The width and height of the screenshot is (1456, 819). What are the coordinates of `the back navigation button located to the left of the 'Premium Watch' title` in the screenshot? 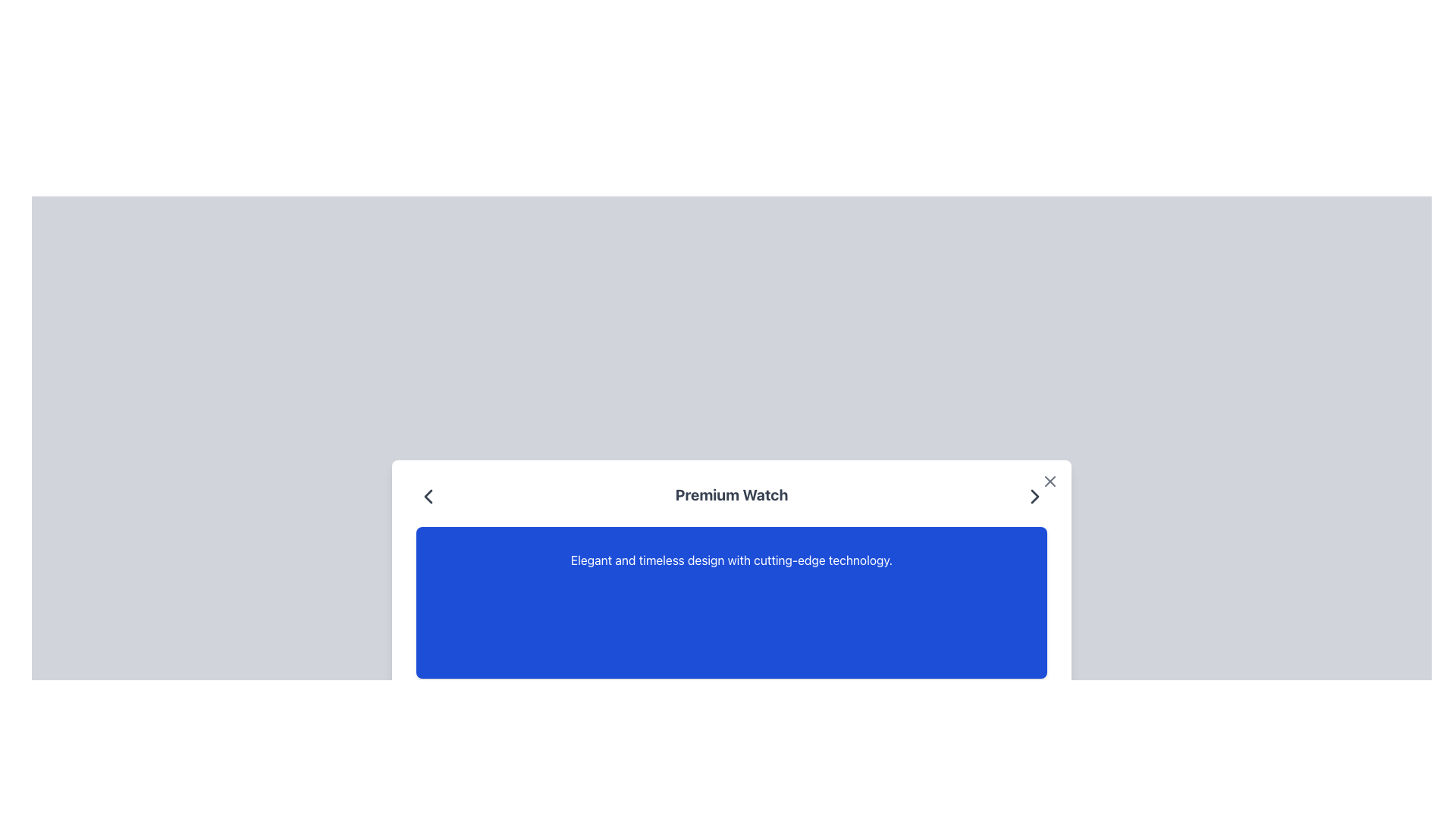 It's located at (428, 497).